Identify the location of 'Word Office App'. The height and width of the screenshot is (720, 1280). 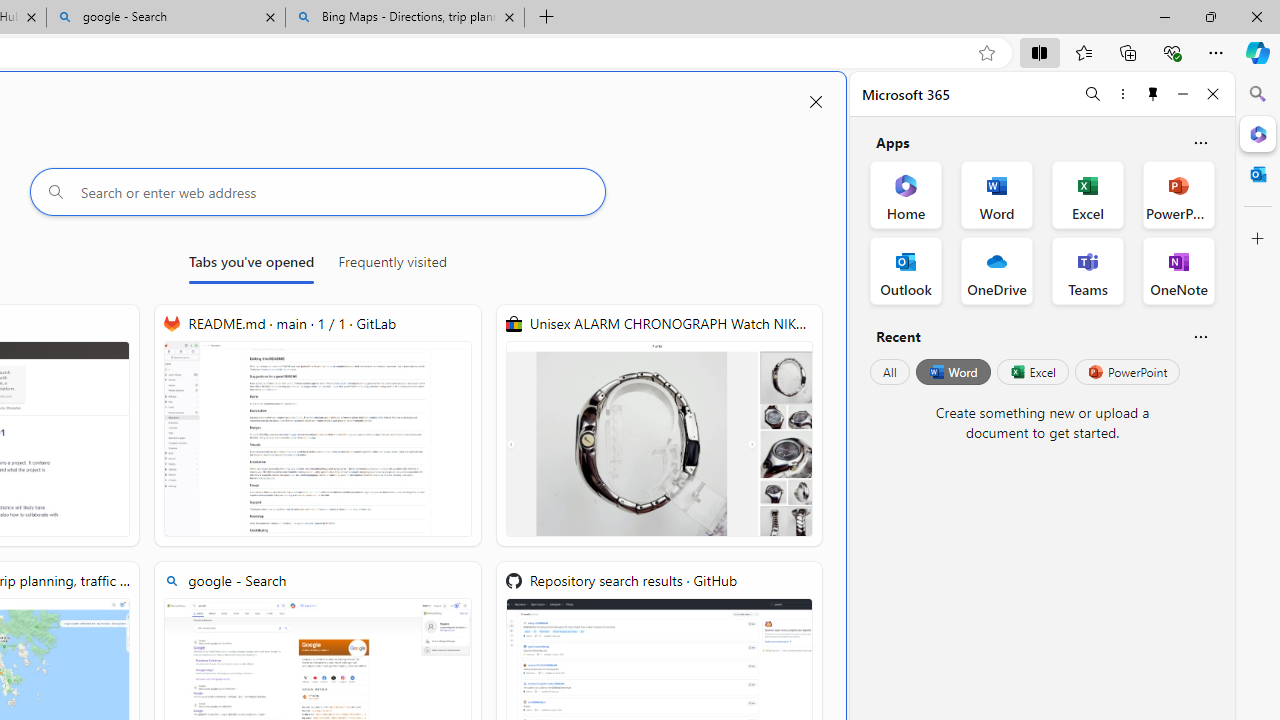
(997, 195).